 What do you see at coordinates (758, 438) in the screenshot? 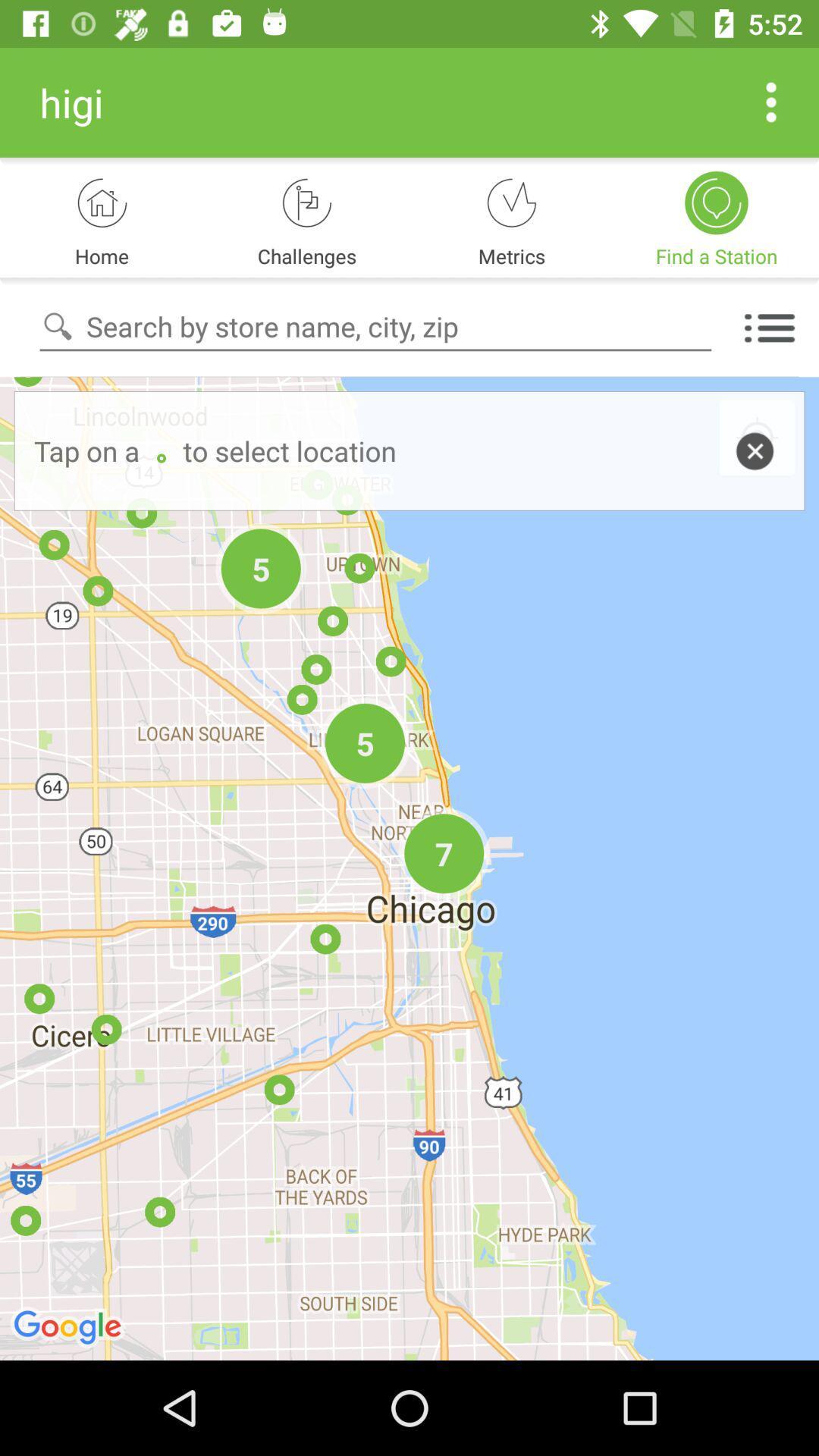
I see `the x mark` at bounding box center [758, 438].